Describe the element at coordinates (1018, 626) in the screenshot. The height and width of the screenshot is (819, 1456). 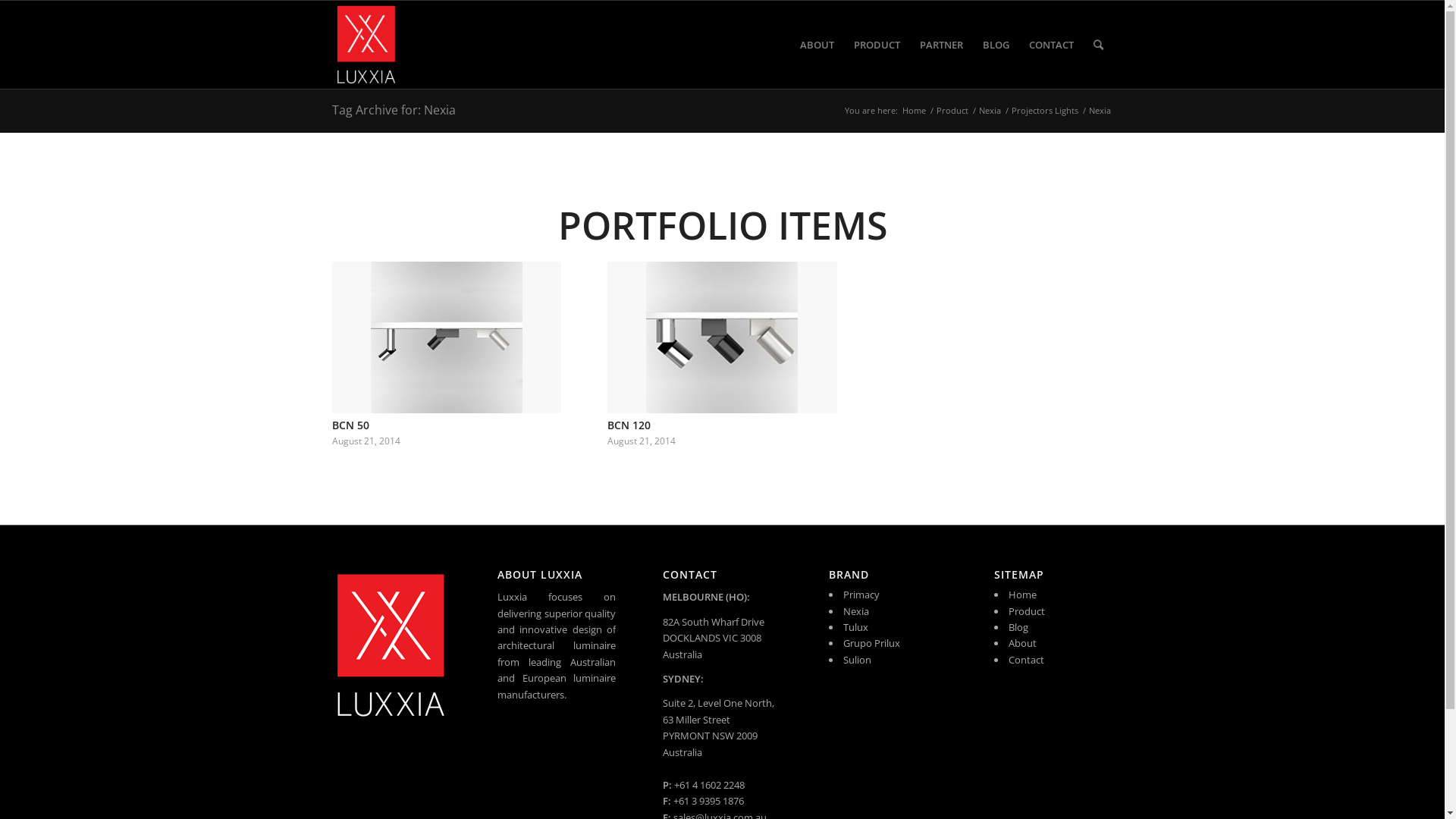
I see `'Blog'` at that location.